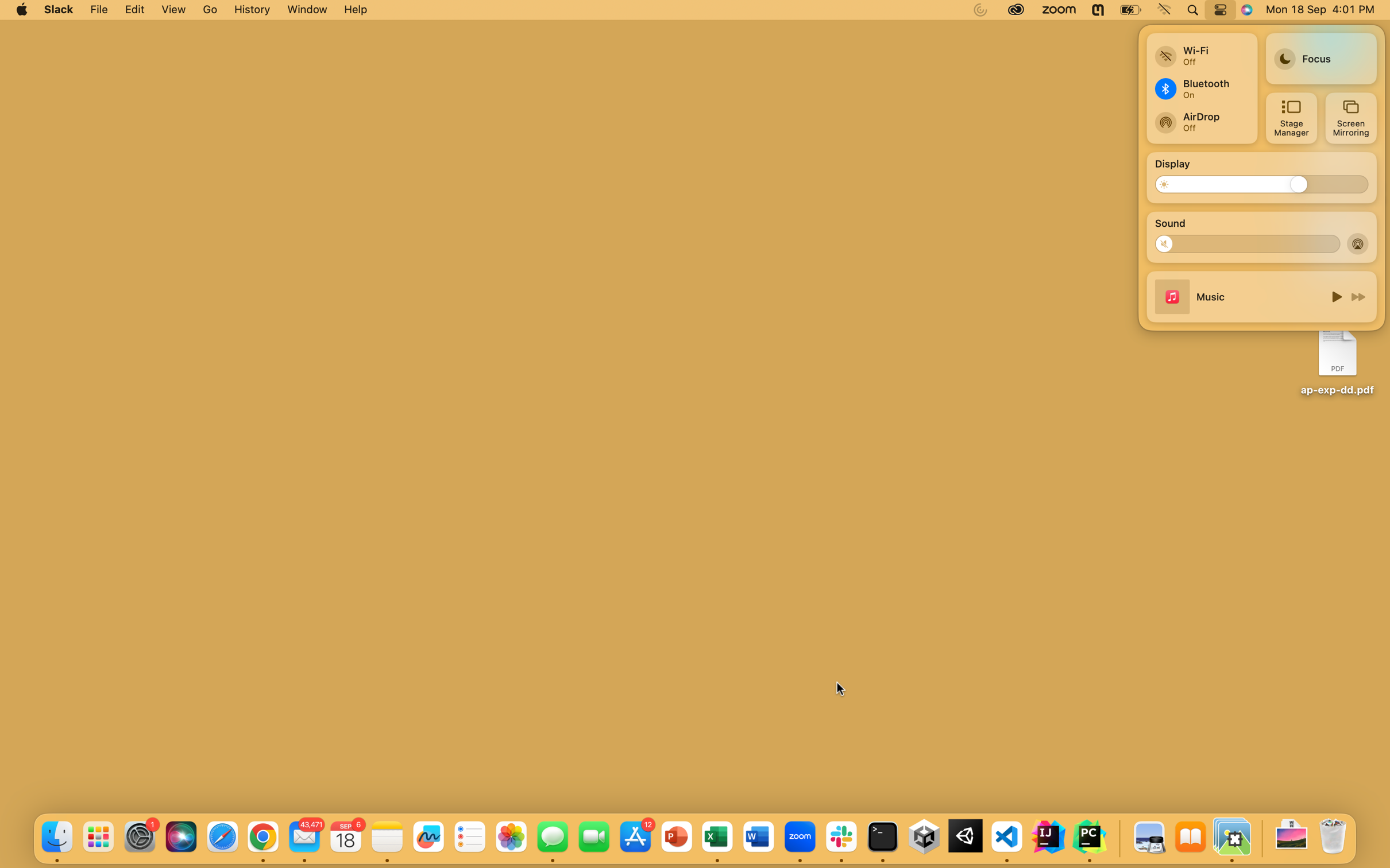 The image size is (1390, 868). Describe the element at coordinates (1358, 243) in the screenshot. I see `Turn off airdrop` at that location.